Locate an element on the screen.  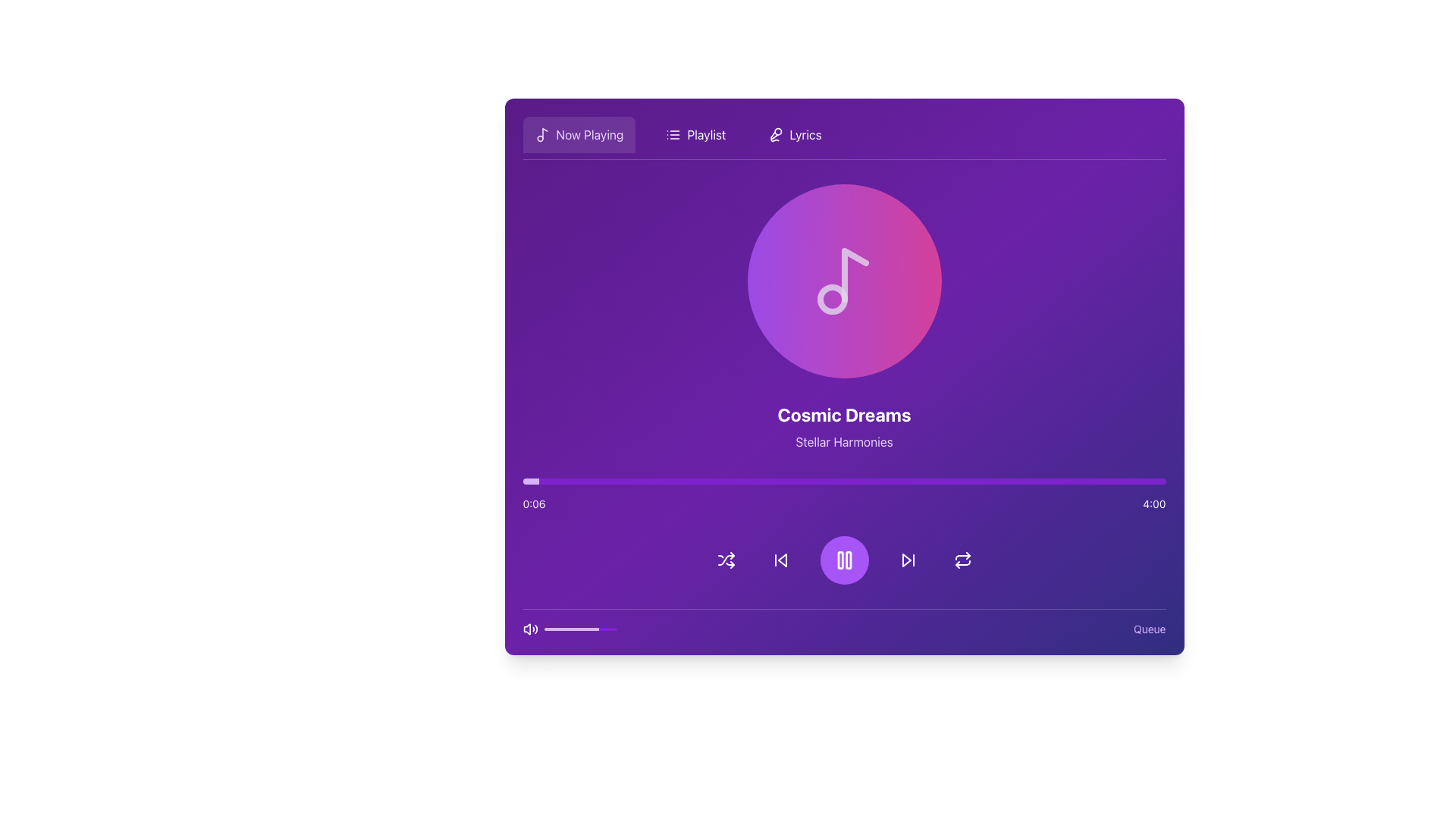
the right-hand vertical bar of the pause icon within the circular play control button to interact with it is located at coordinates (847, 560).